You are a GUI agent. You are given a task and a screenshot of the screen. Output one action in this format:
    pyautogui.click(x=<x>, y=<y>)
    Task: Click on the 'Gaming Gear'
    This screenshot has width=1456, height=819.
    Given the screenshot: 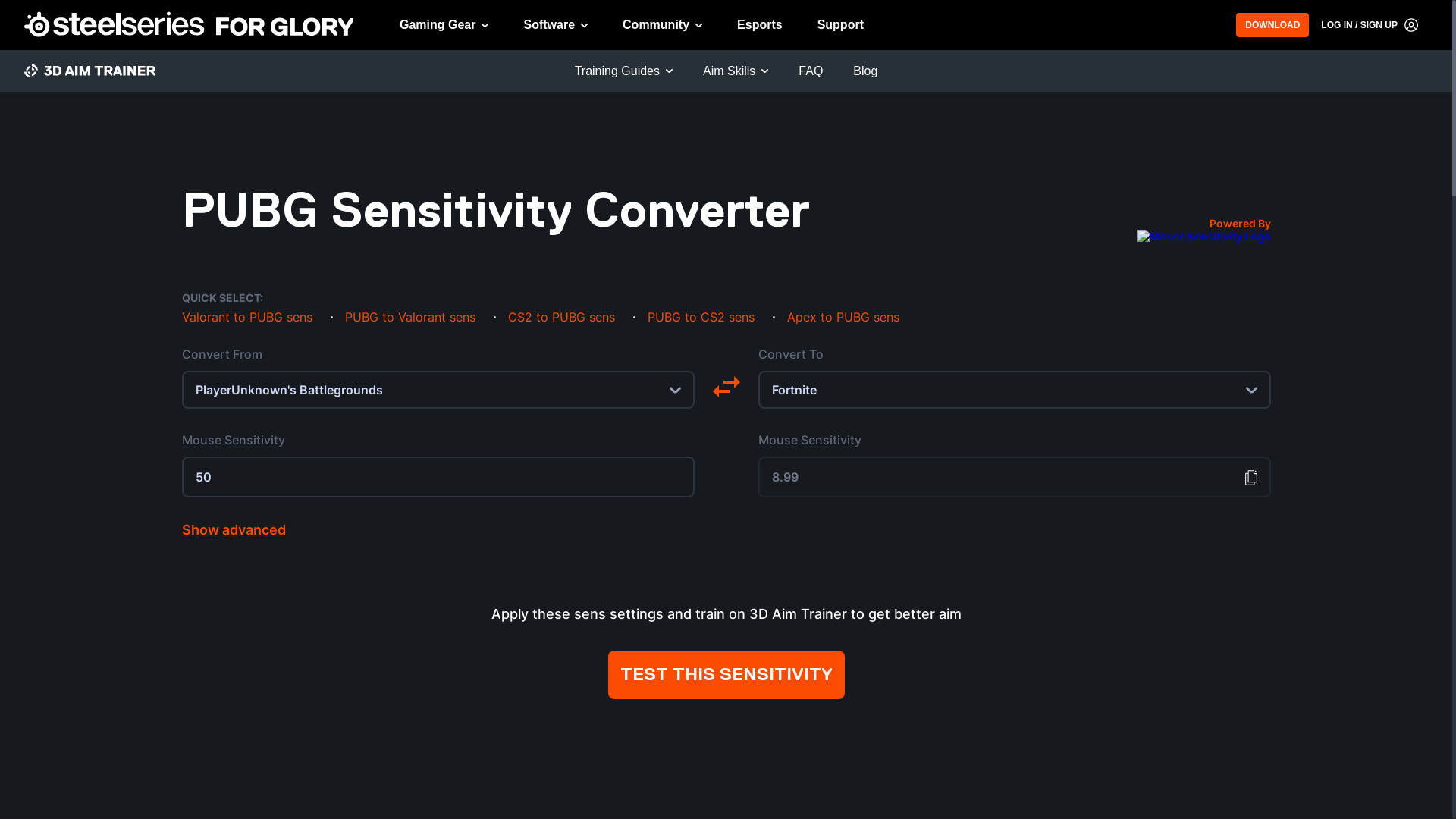 What is the action you would take?
    pyautogui.click(x=443, y=25)
    